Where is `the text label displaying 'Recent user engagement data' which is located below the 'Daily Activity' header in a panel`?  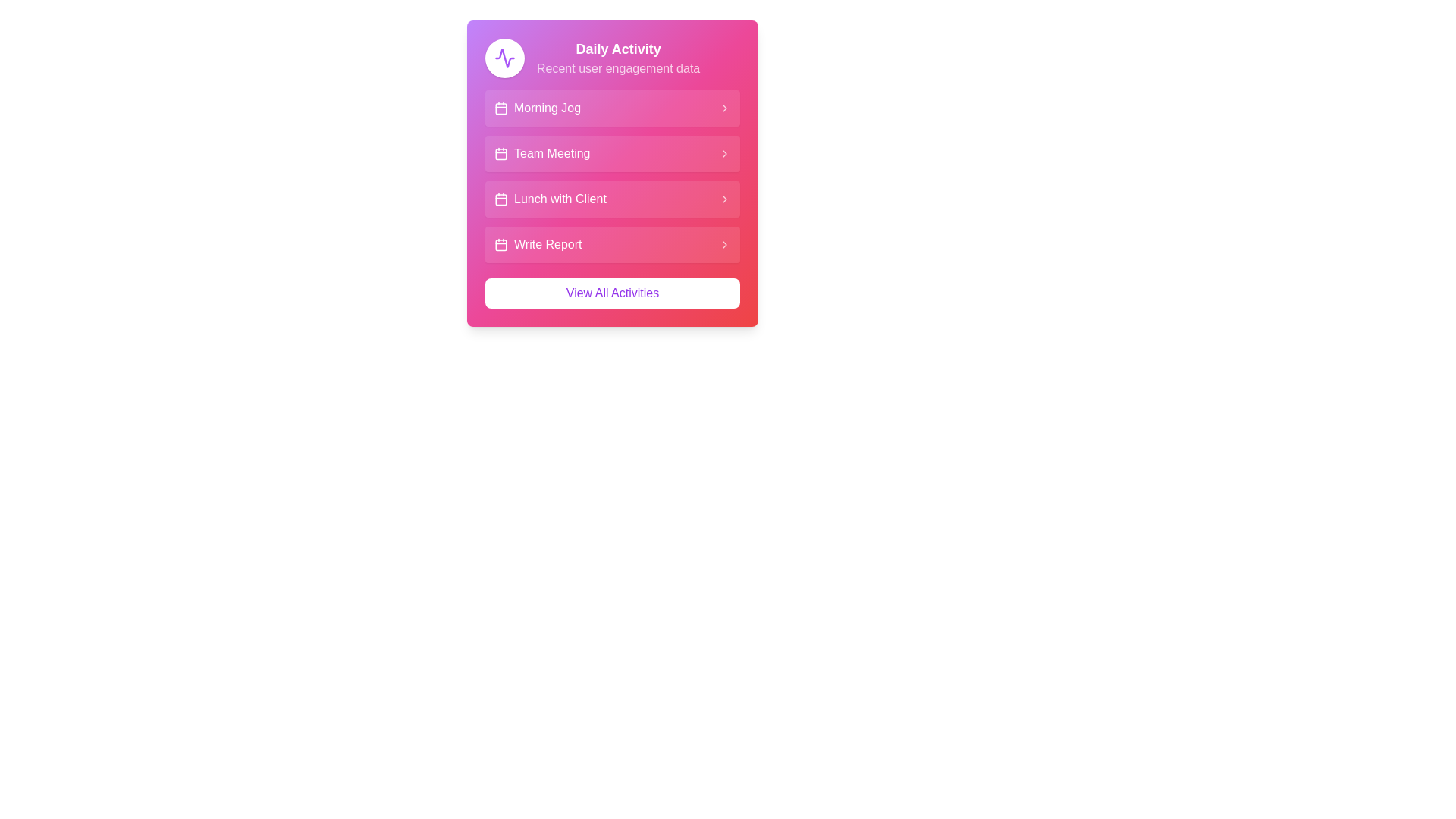
the text label displaying 'Recent user engagement data' which is located below the 'Daily Activity' header in a panel is located at coordinates (618, 69).